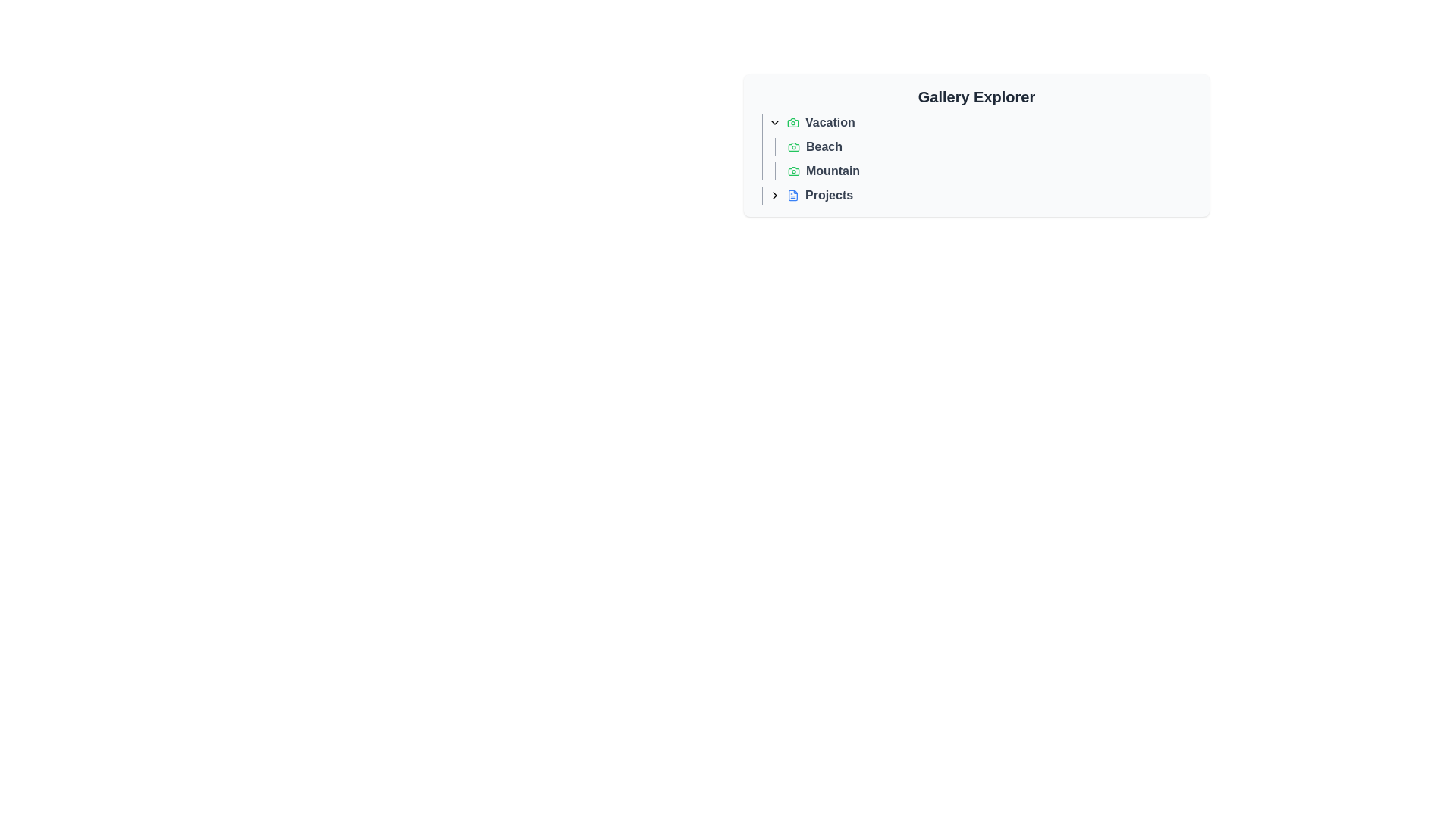 This screenshot has height=819, width=1456. I want to click on the expand/collapse button located to the left of the 'Projects' text to observe any tooltip or cursor changes, so click(775, 195).